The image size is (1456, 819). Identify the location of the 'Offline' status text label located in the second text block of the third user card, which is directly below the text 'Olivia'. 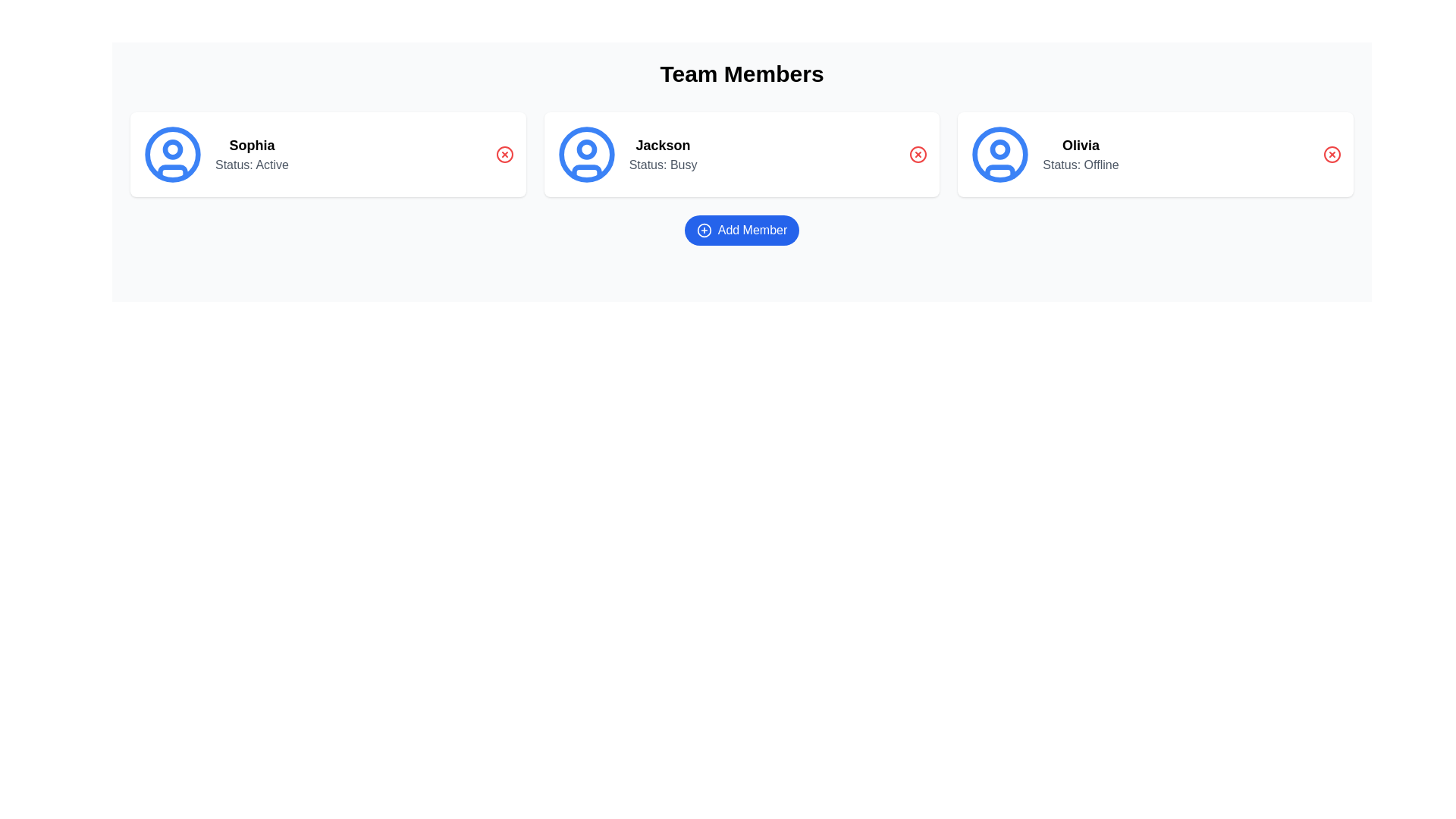
(1080, 165).